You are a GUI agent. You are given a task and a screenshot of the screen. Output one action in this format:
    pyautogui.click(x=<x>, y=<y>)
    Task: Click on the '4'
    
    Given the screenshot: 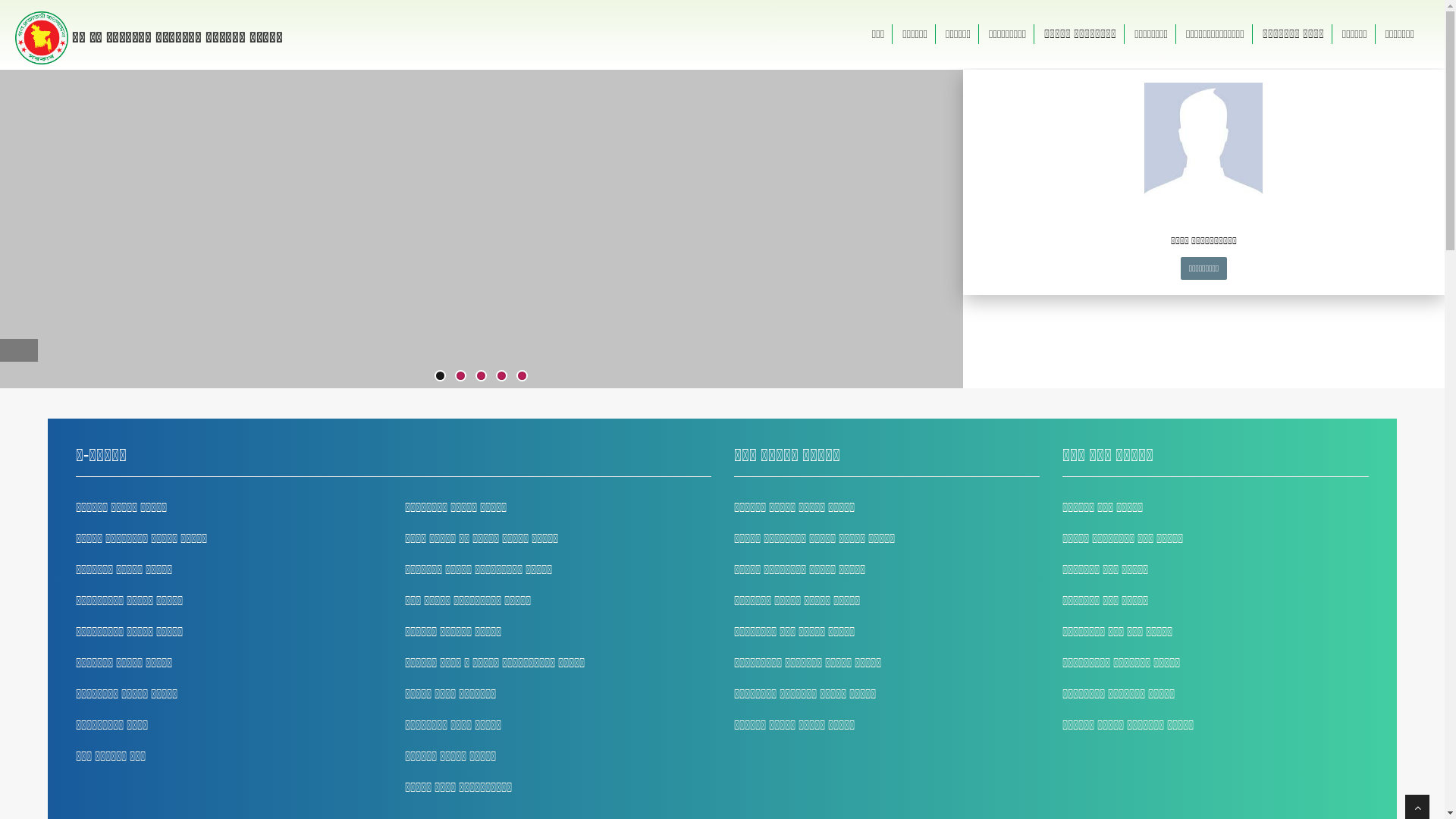 What is the action you would take?
    pyautogui.click(x=501, y=375)
    